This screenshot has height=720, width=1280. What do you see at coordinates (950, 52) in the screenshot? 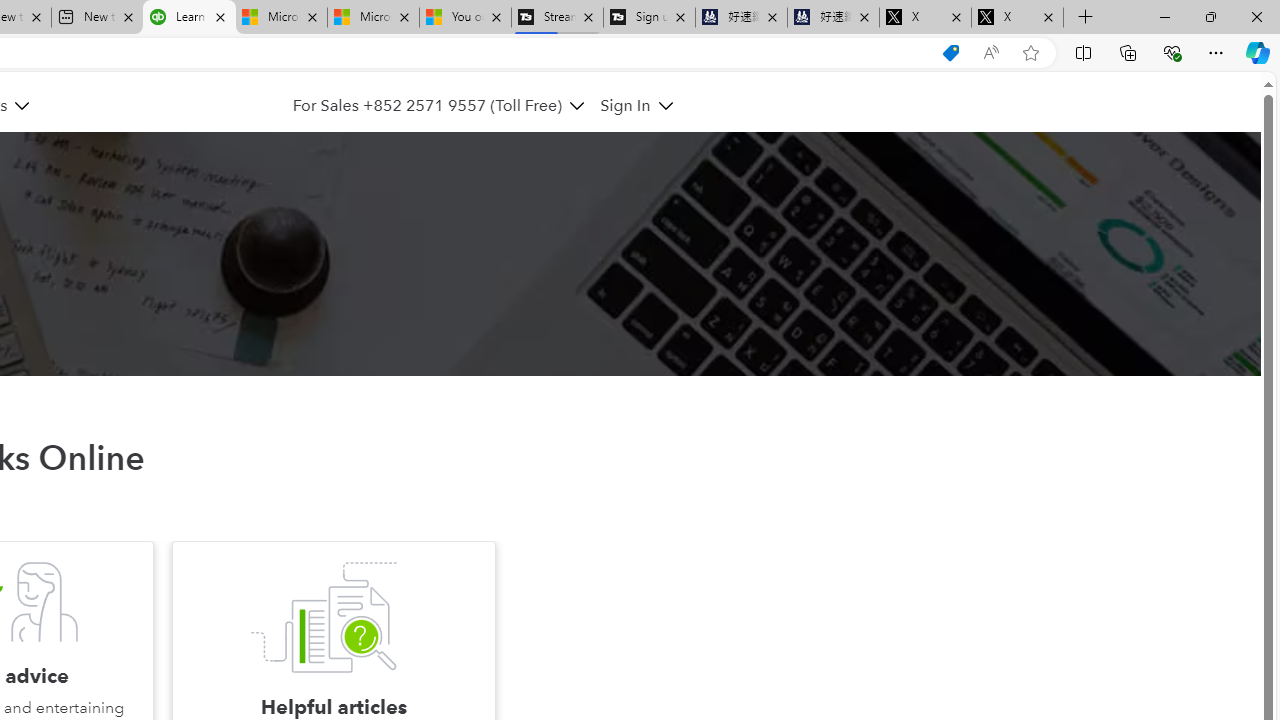
I see `'Shopping in Microsoft Edge'` at bounding box center [950, 52].